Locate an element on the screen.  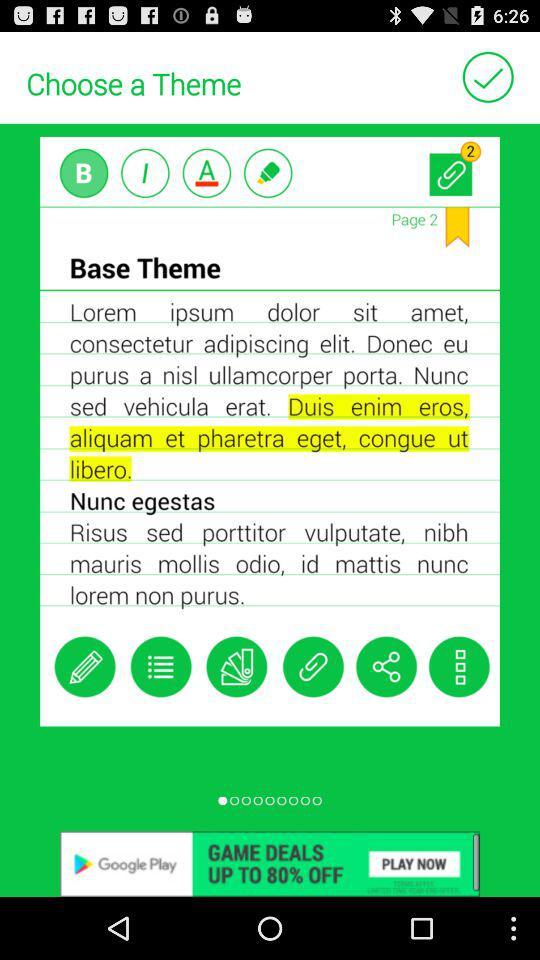
to select ok button is located at coordinates (487, 76).